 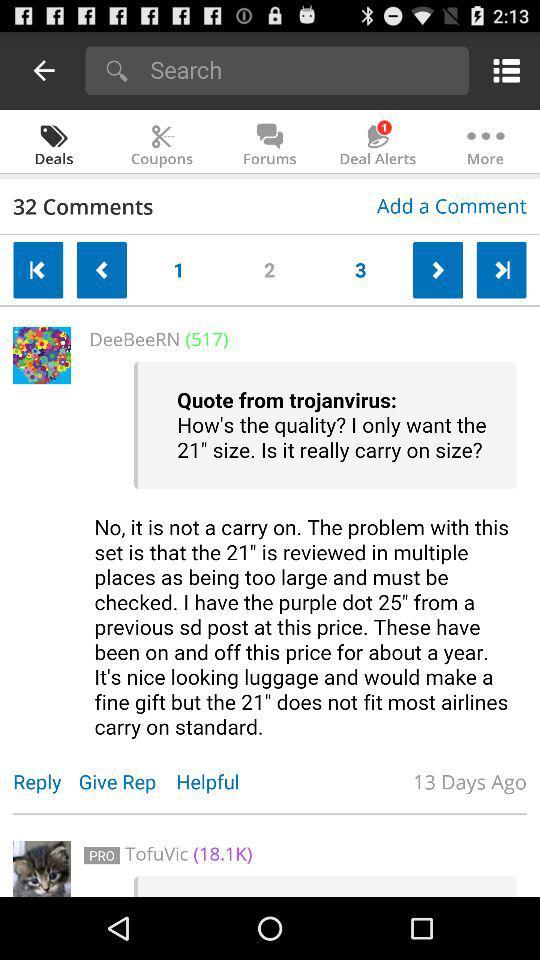 I want to click on item to the right of give rep, so click(x=217, y=781).